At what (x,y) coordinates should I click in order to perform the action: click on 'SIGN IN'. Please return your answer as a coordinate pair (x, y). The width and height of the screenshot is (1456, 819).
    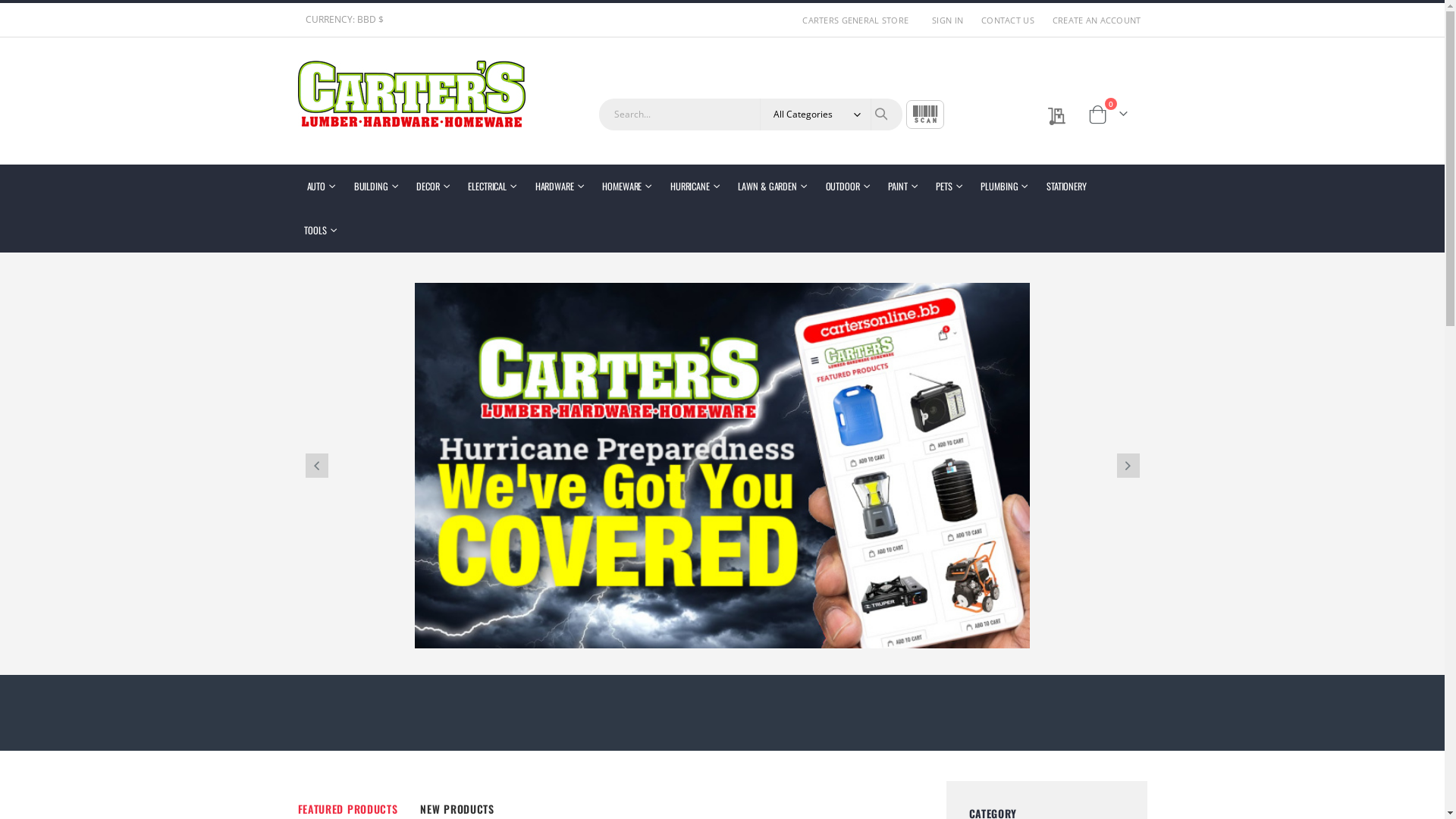
    Looking at the image, I should click on (943, 20).